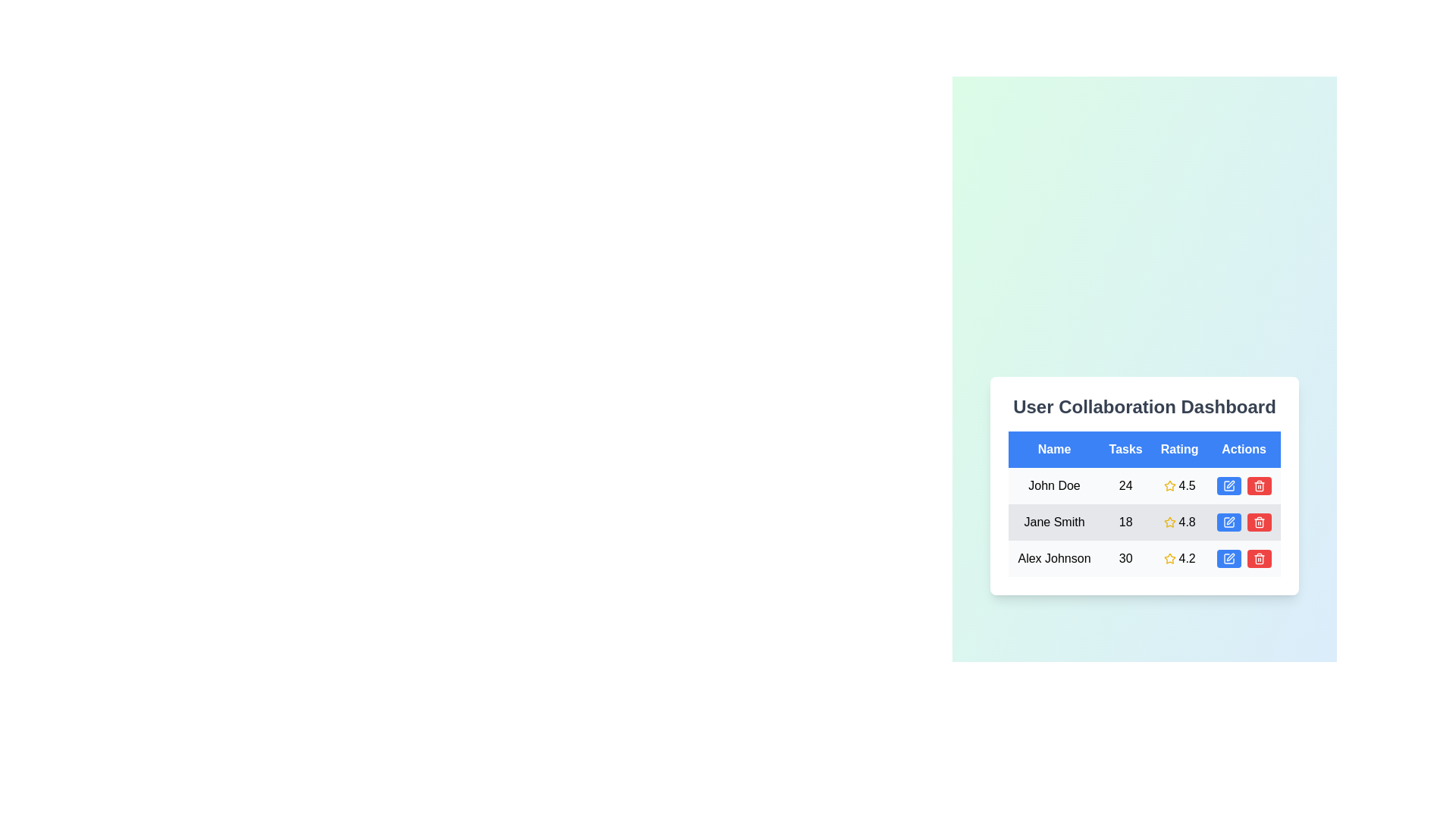 The width and height of the screenshot is (1456, 819). Describe the element at coordinates (1230, 519) in the screenshot. I see `the edit pen symbol icon in the Actions column of the second row, corresponding to 'Jane Smith'` at that location.